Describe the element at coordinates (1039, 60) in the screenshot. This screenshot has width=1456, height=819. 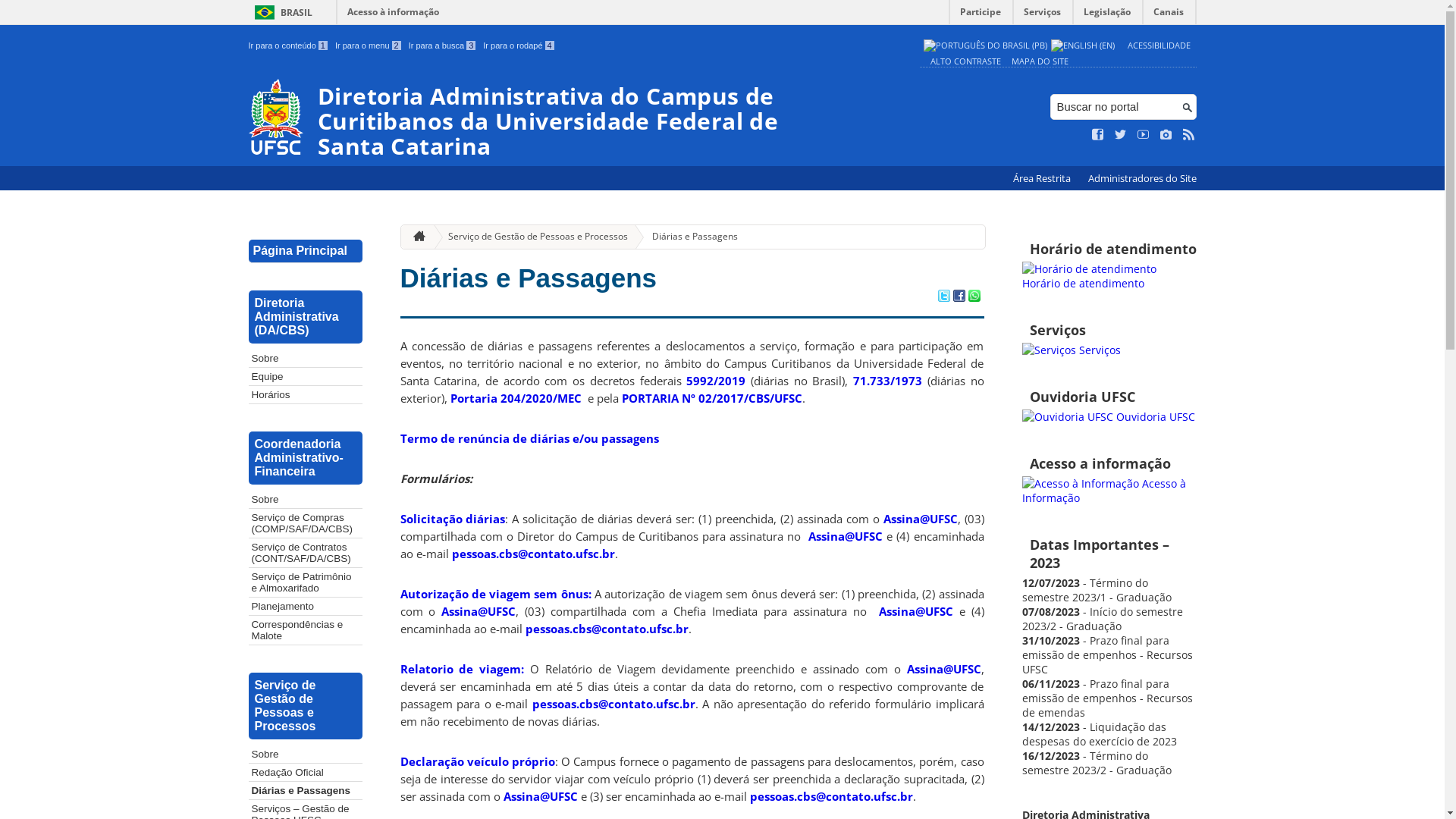
I see `'MAPA DO SITE'` at that location.